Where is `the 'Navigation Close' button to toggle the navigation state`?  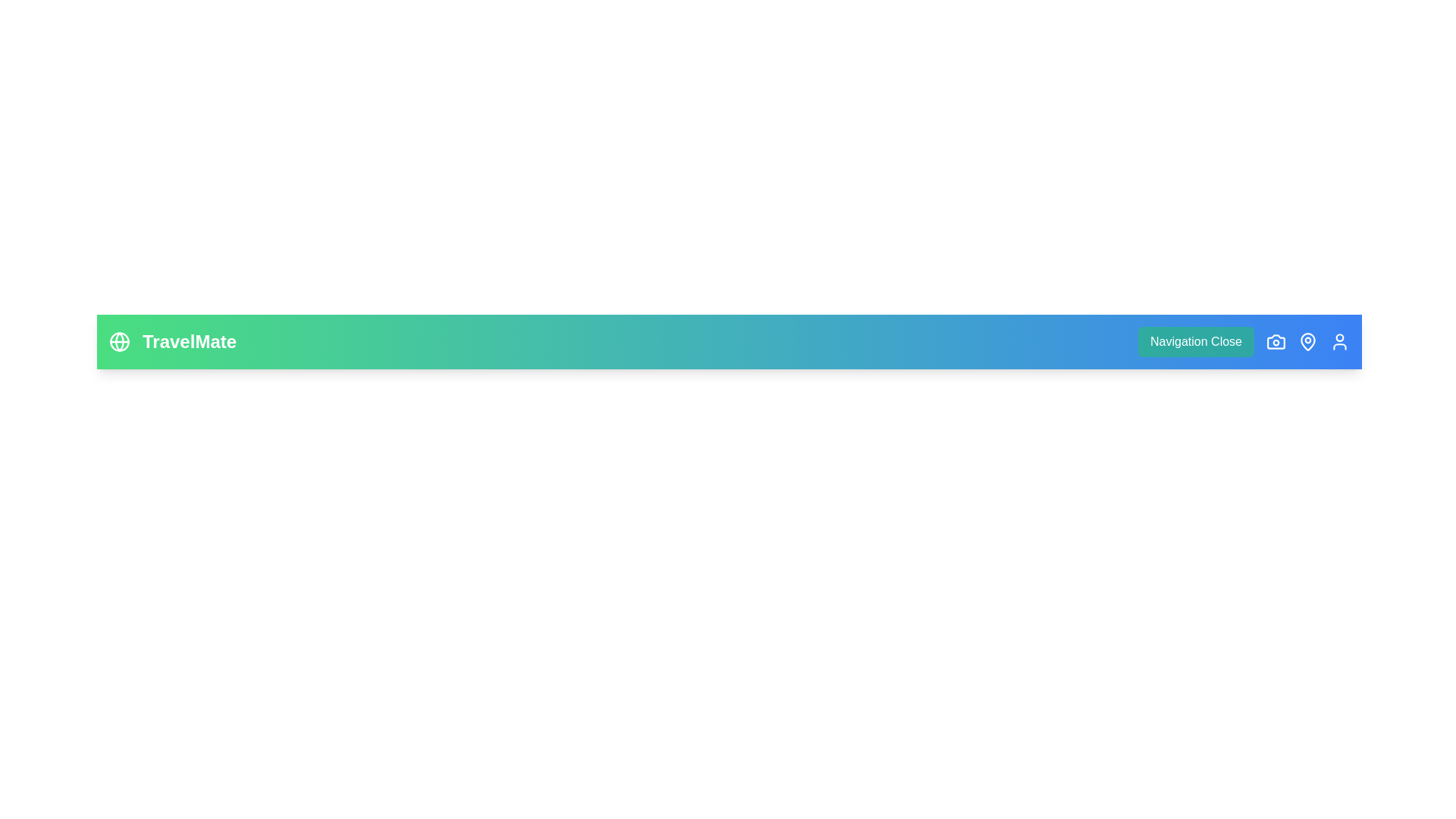
the 'Navigation Close' button to toggle the navigation state is located at coordinates (1195, 342).